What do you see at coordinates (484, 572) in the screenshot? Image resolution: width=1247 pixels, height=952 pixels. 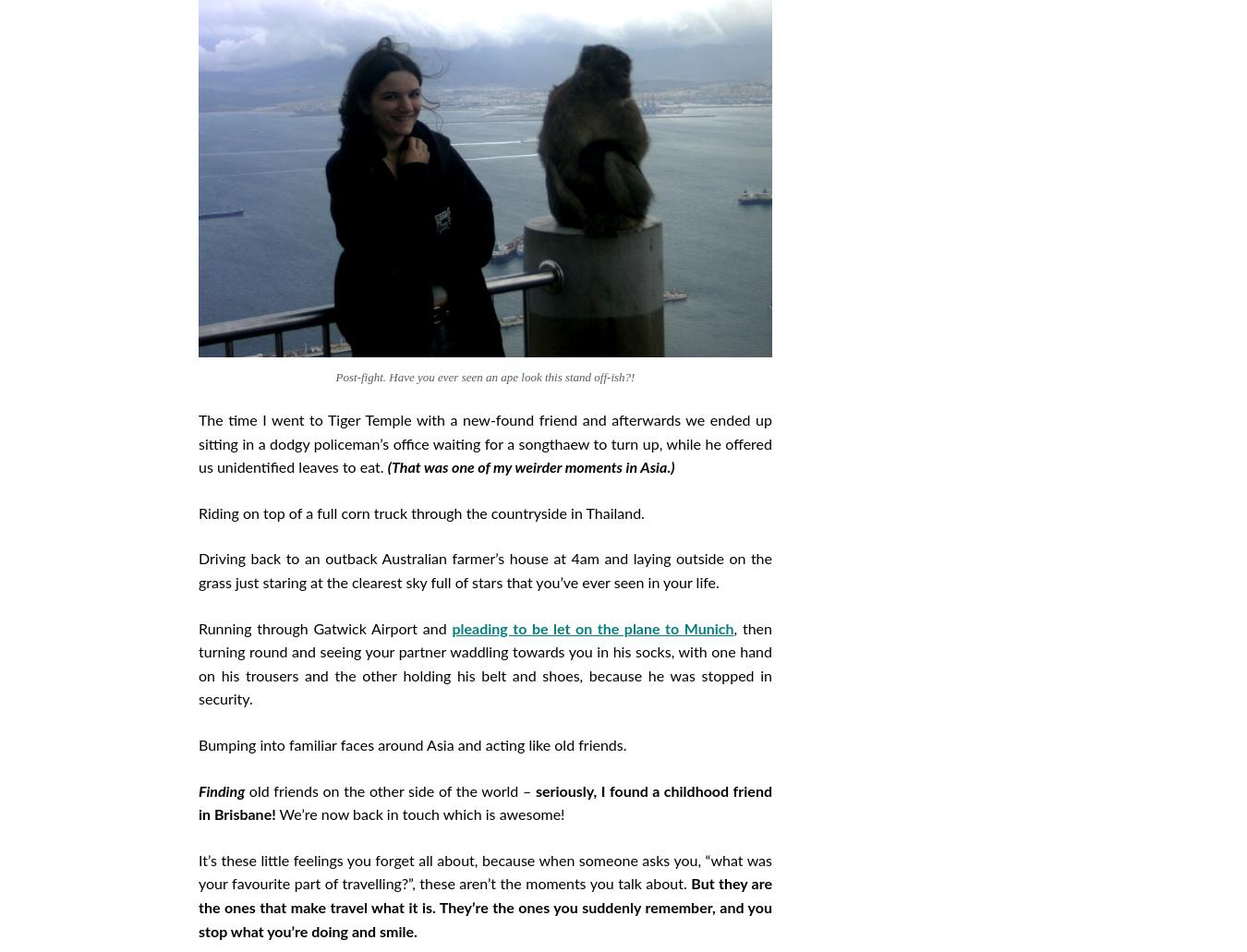 I see `'Driving back to an outback Australian farmer’s house at 4am and laying outside on the grass just staring at the clearest sky full of stars that you’ve ever seen in your life.'` at bounding box center [484, 572].